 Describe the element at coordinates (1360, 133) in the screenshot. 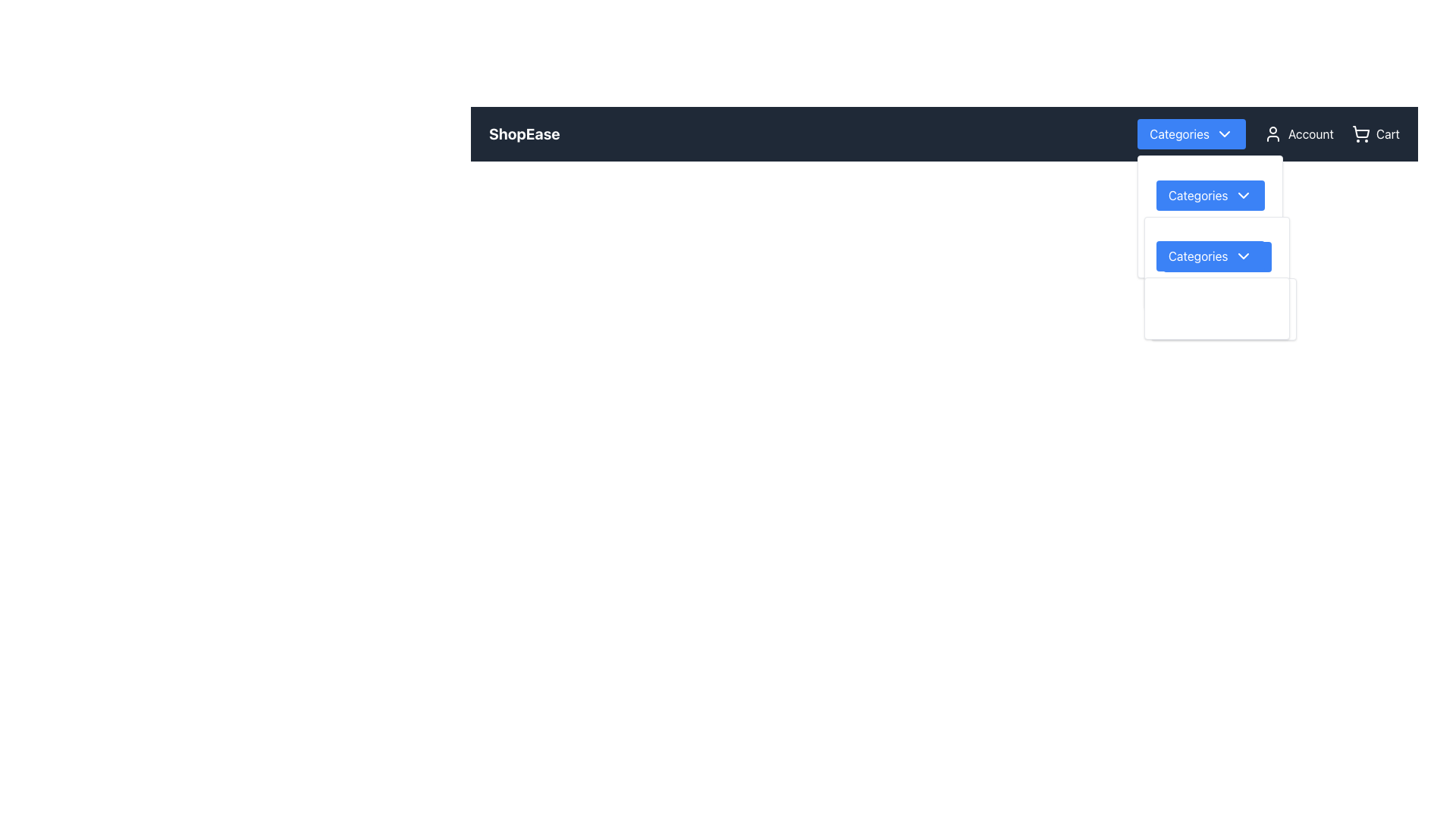

I see `the shopping cart icon located` at that location.